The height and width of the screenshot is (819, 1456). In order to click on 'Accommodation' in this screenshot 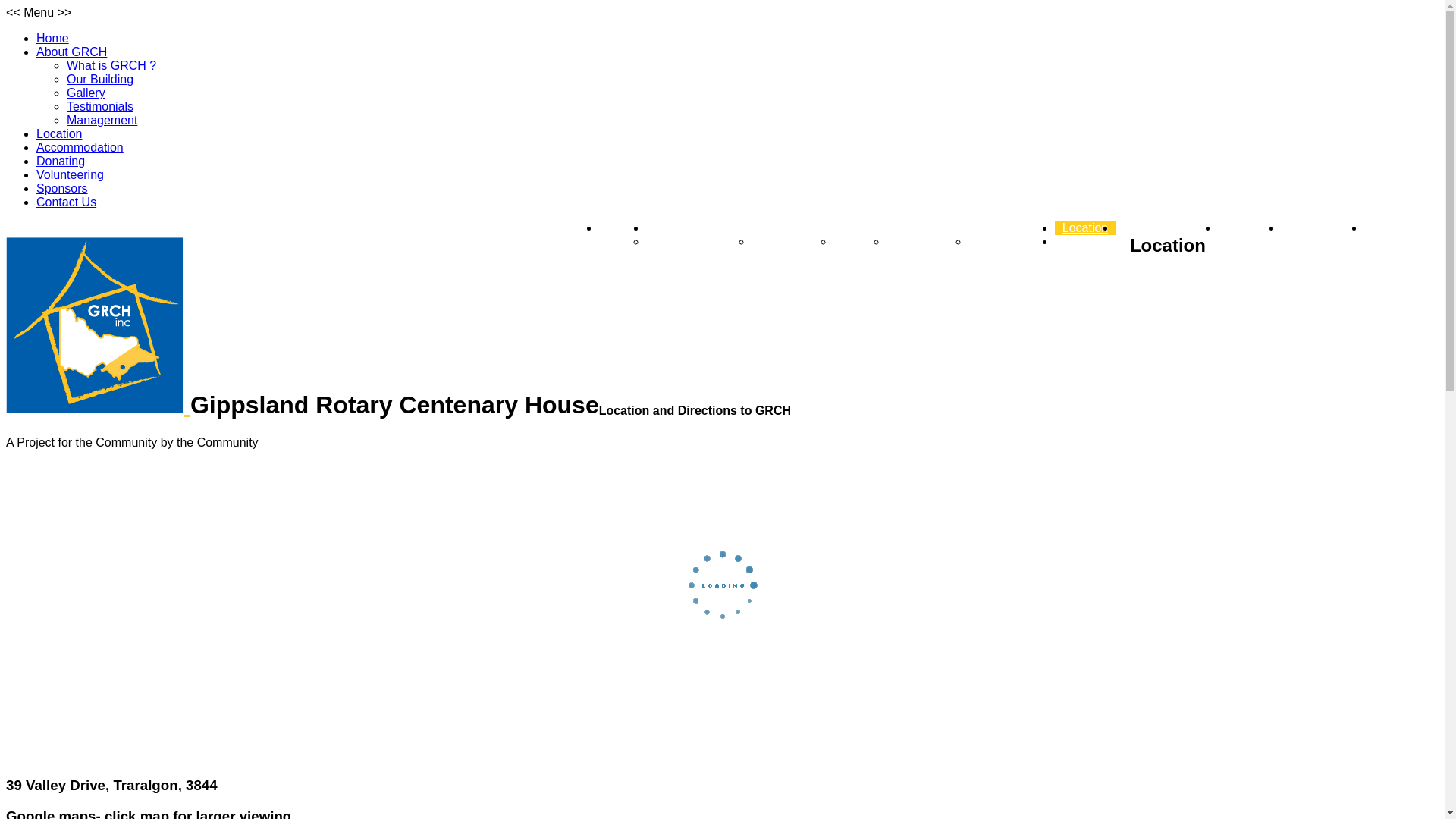, I will do `click(79, 147)`.